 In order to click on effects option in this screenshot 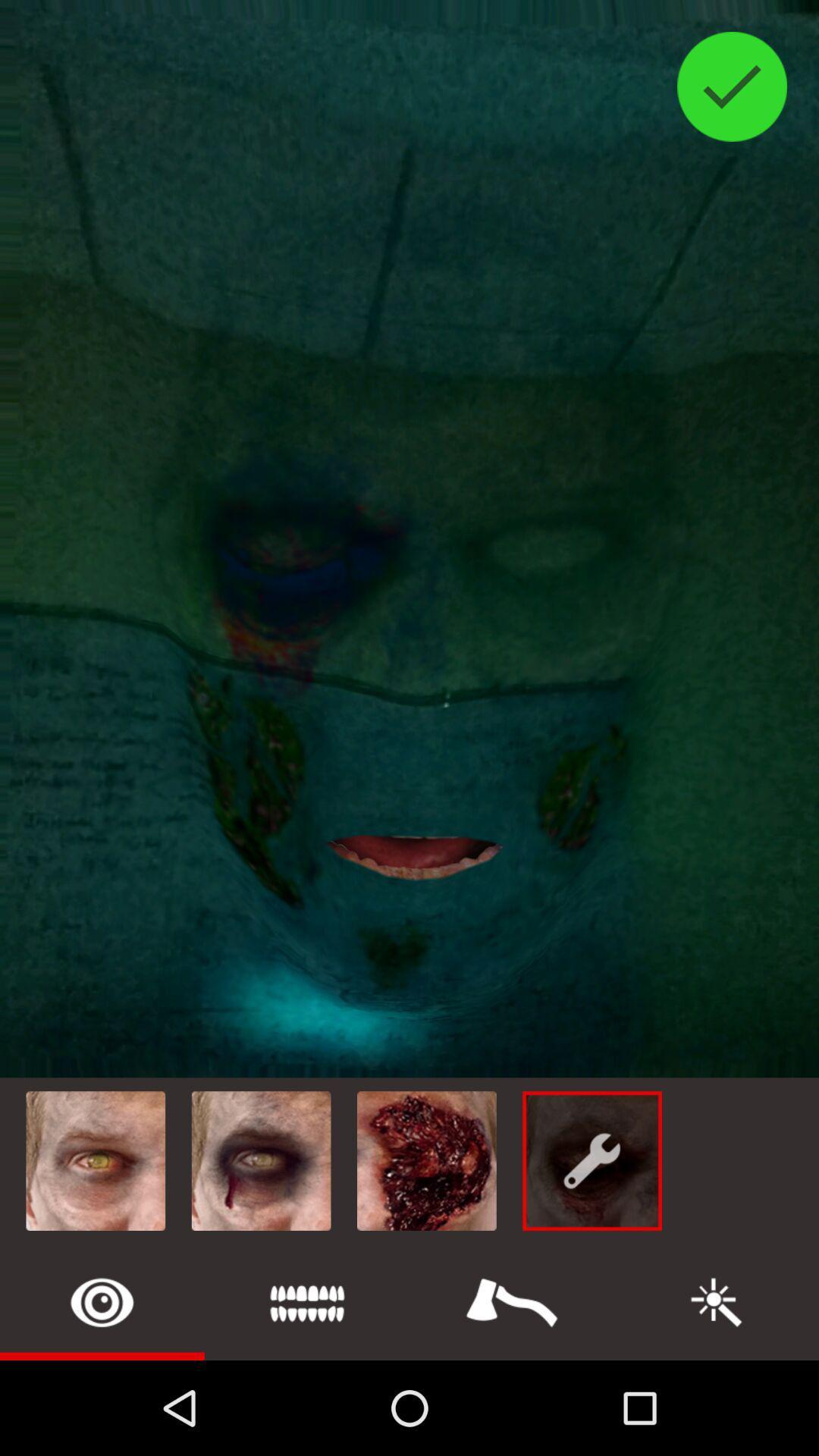, I will do `click(512, 1301)`.